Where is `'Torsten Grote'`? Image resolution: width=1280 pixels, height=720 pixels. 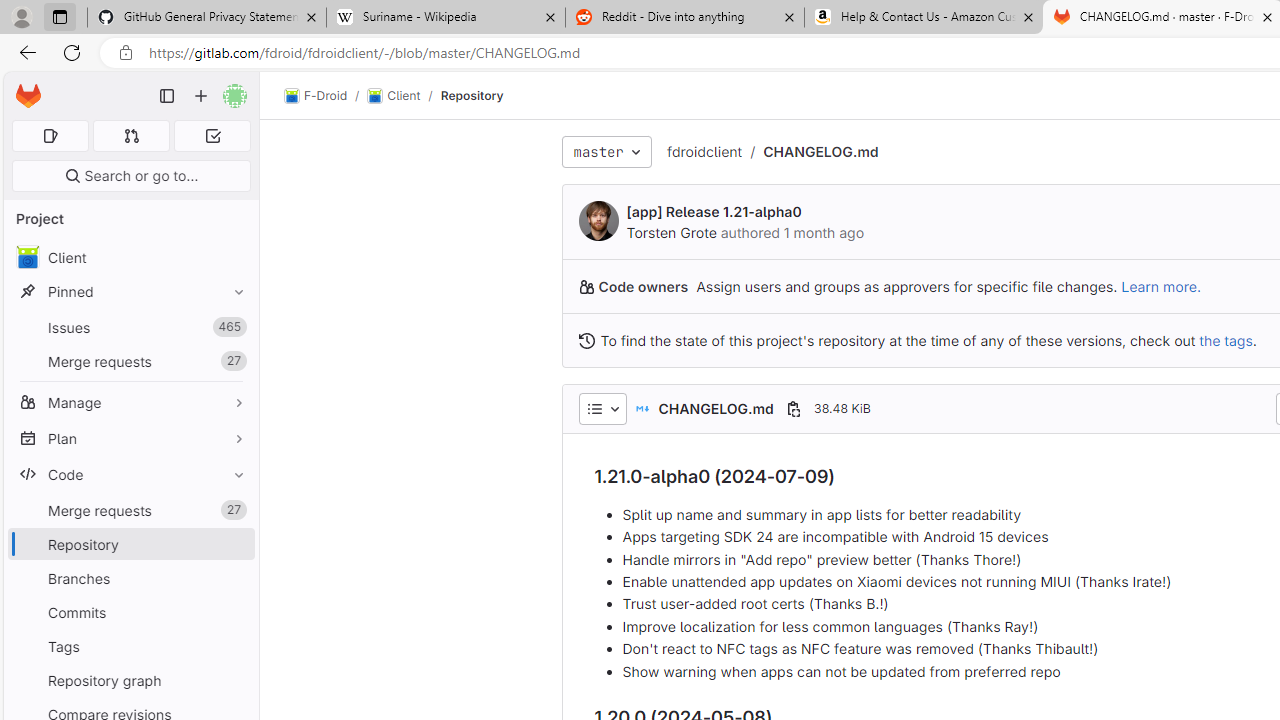 'Torsten Grote' is located at coordinates (671, 231).